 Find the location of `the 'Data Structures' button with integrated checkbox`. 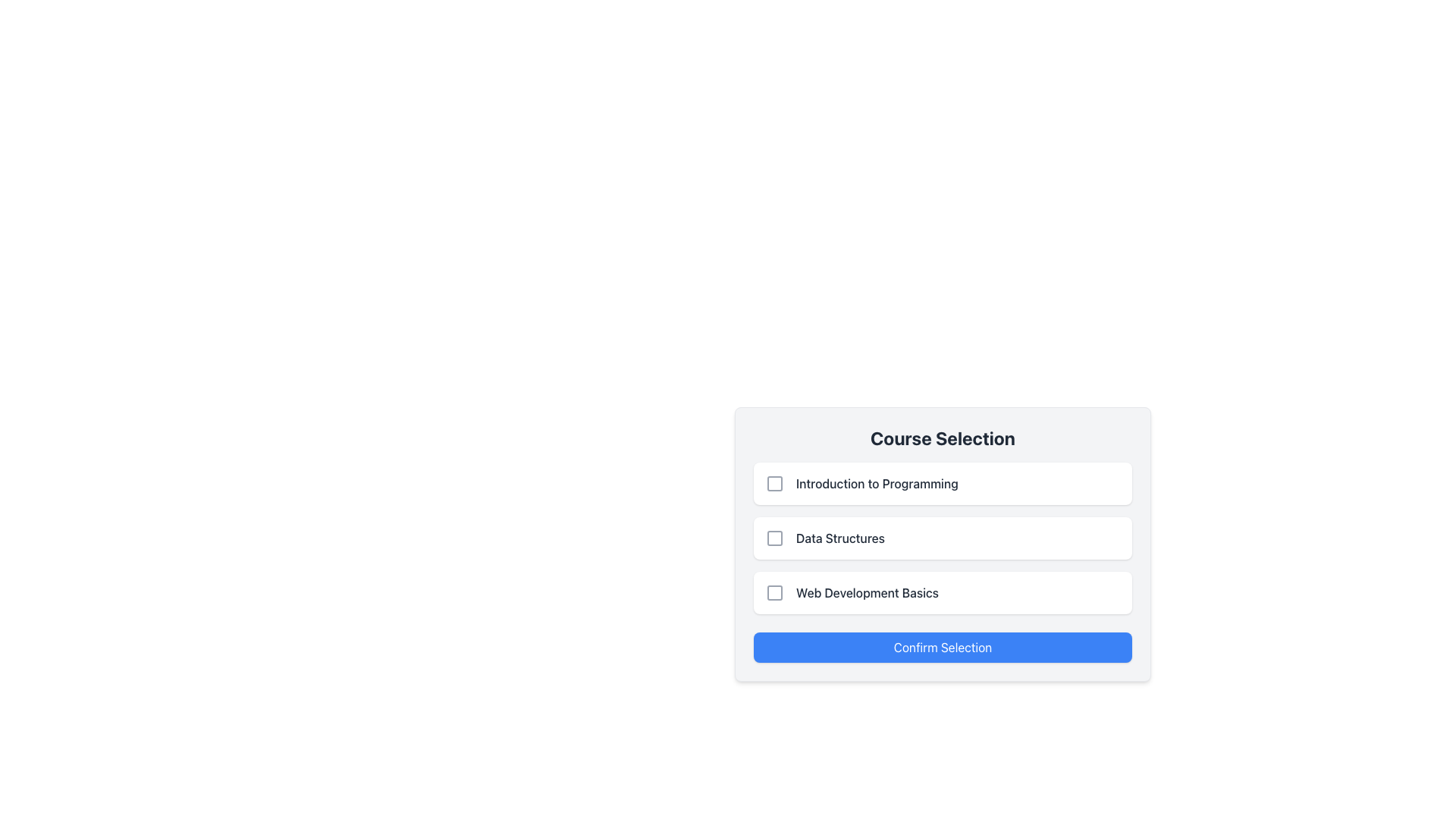

the 'Data Structures' button with integrated checkbox is located at coordinates (942, 537).